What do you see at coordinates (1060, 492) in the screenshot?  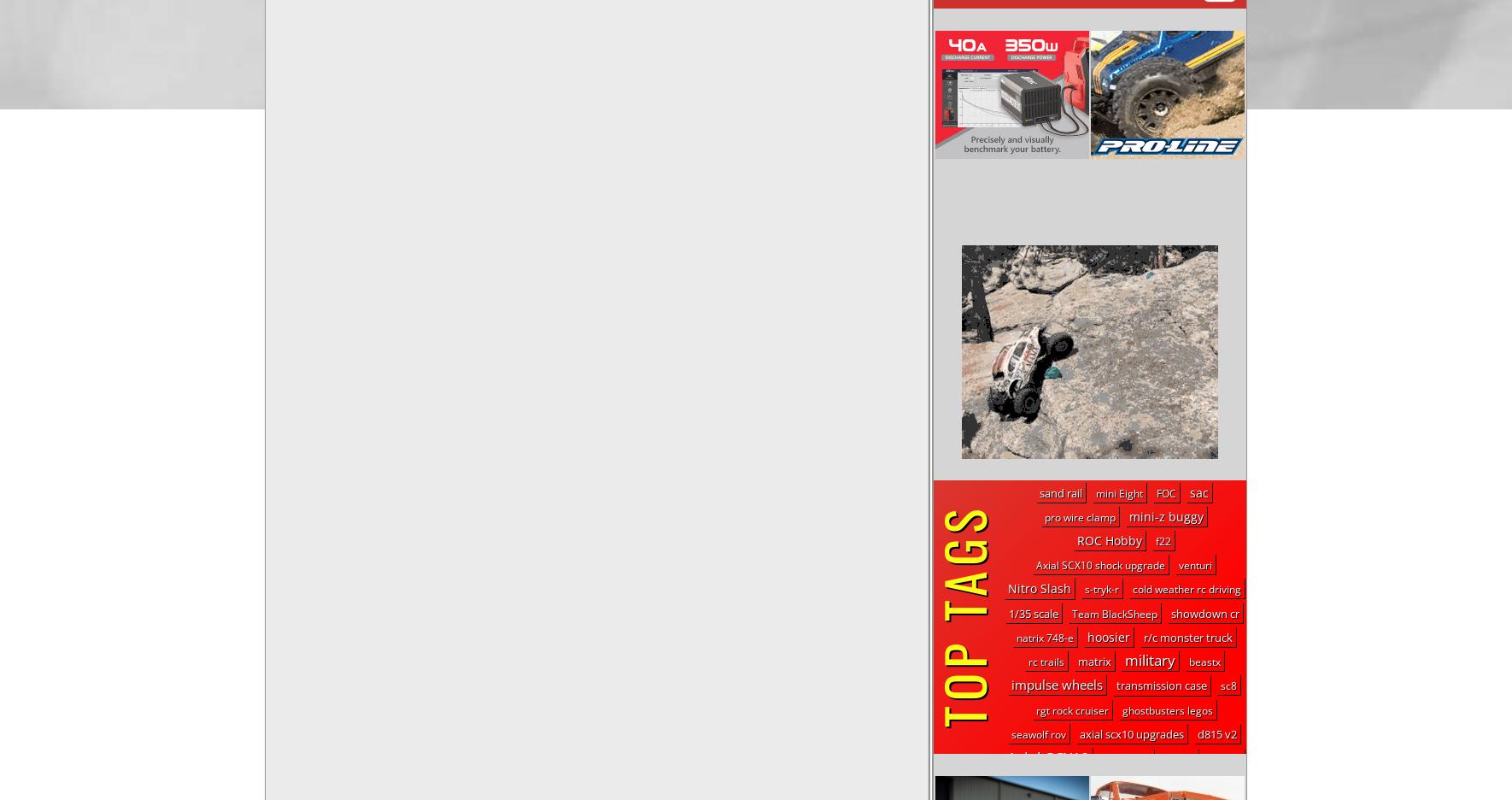 I see `'sand rail'` at bounding box center [1060, 492].